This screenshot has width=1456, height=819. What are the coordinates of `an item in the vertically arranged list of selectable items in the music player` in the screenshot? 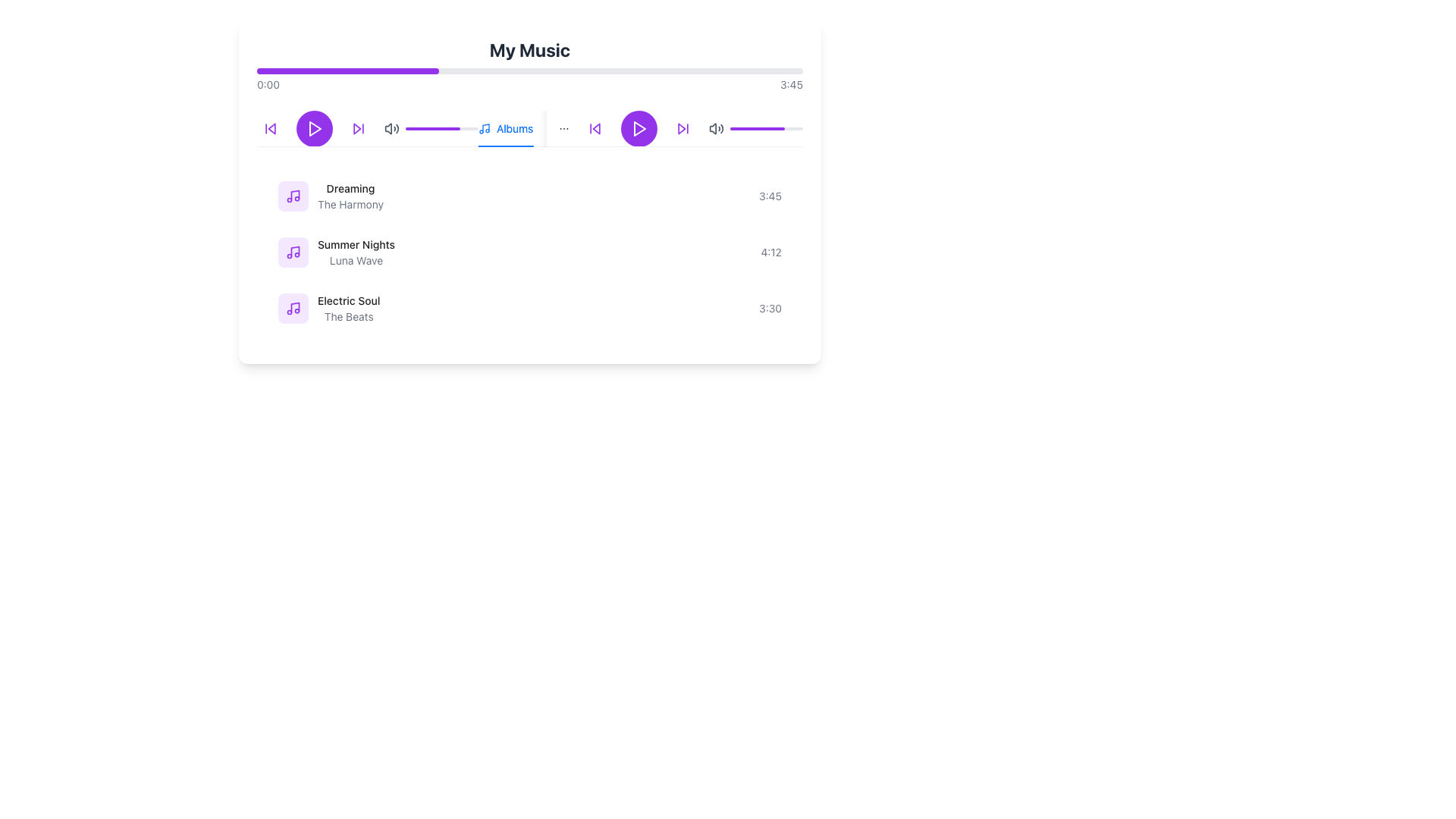 It's located at (530, 251).